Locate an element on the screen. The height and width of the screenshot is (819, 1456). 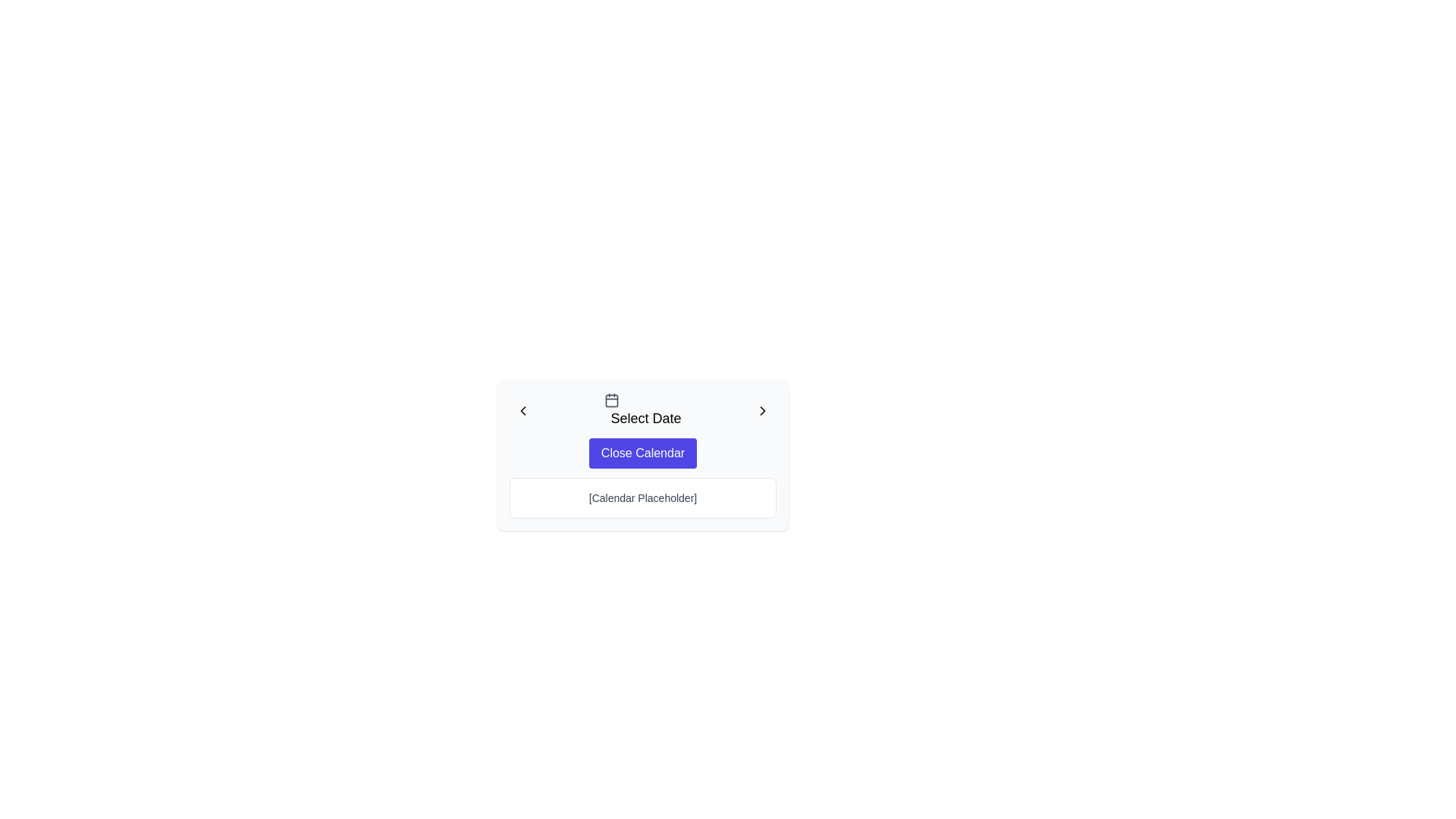
the left-pointing arrow icon button located to the far left of the 'Select Date' title is located at coordinates (523, 411).